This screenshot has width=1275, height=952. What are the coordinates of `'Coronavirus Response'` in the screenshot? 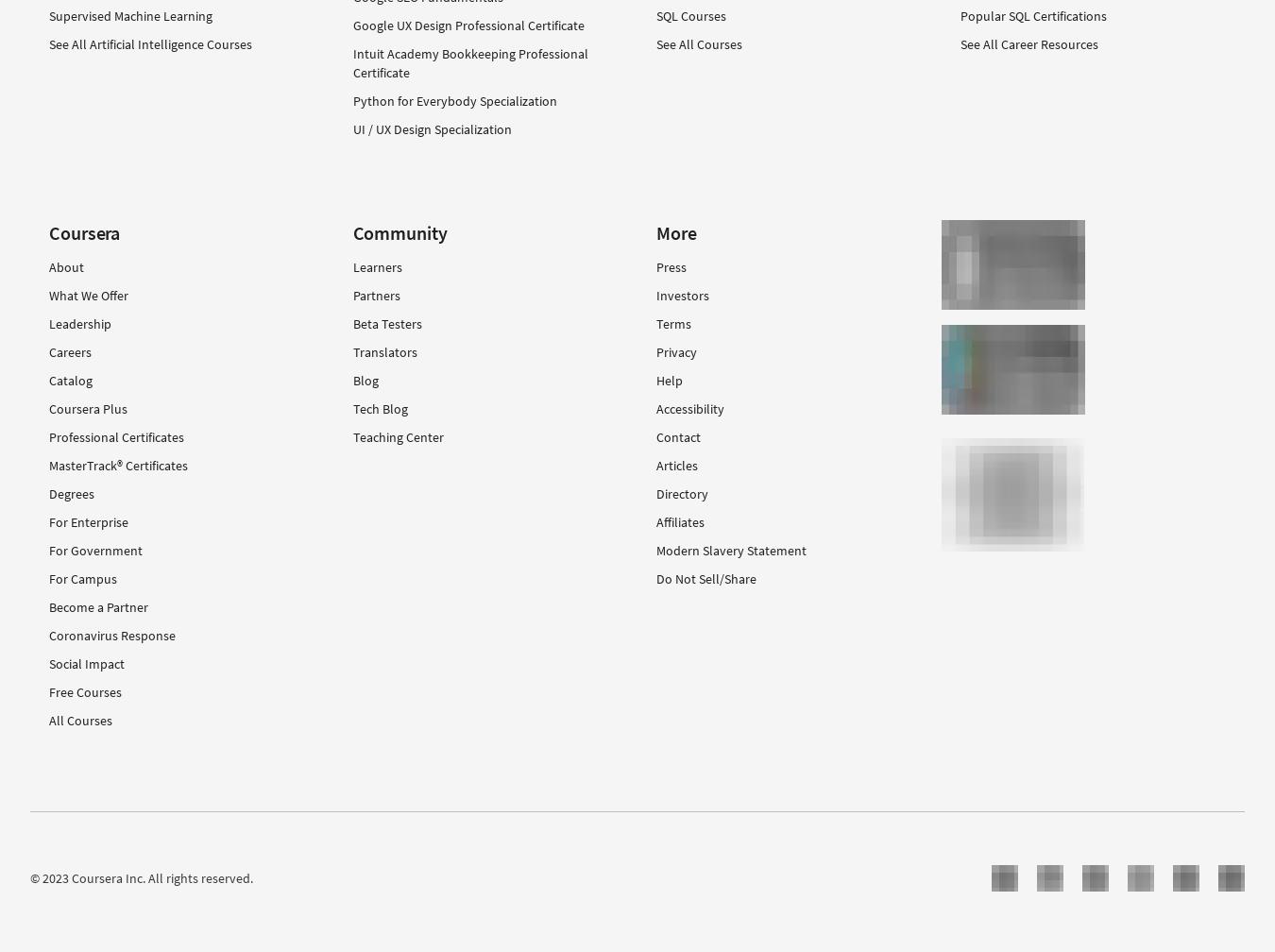 It's located at (111, 635).